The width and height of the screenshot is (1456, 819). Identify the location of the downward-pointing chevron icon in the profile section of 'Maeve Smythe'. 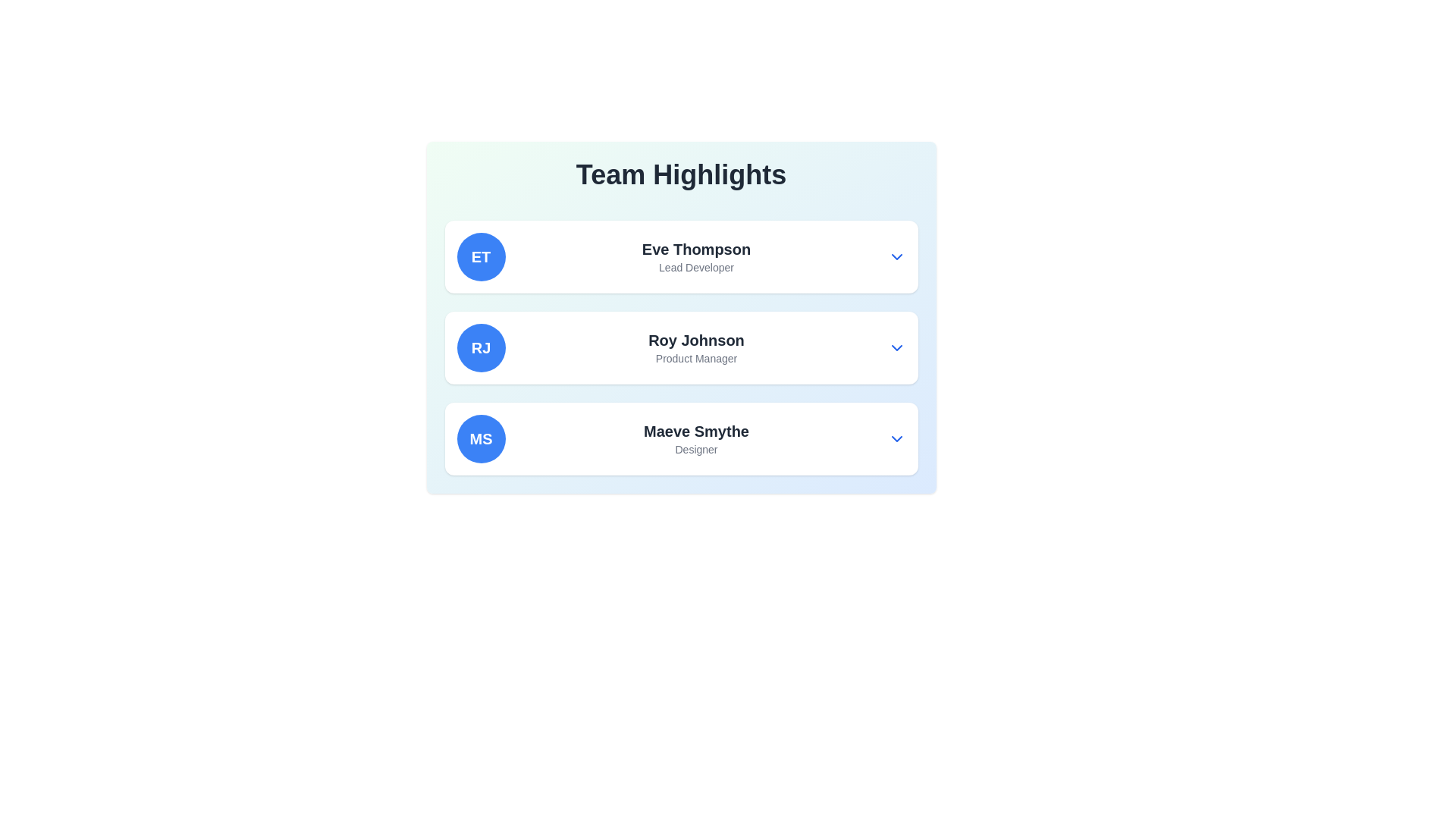
(896, 438).